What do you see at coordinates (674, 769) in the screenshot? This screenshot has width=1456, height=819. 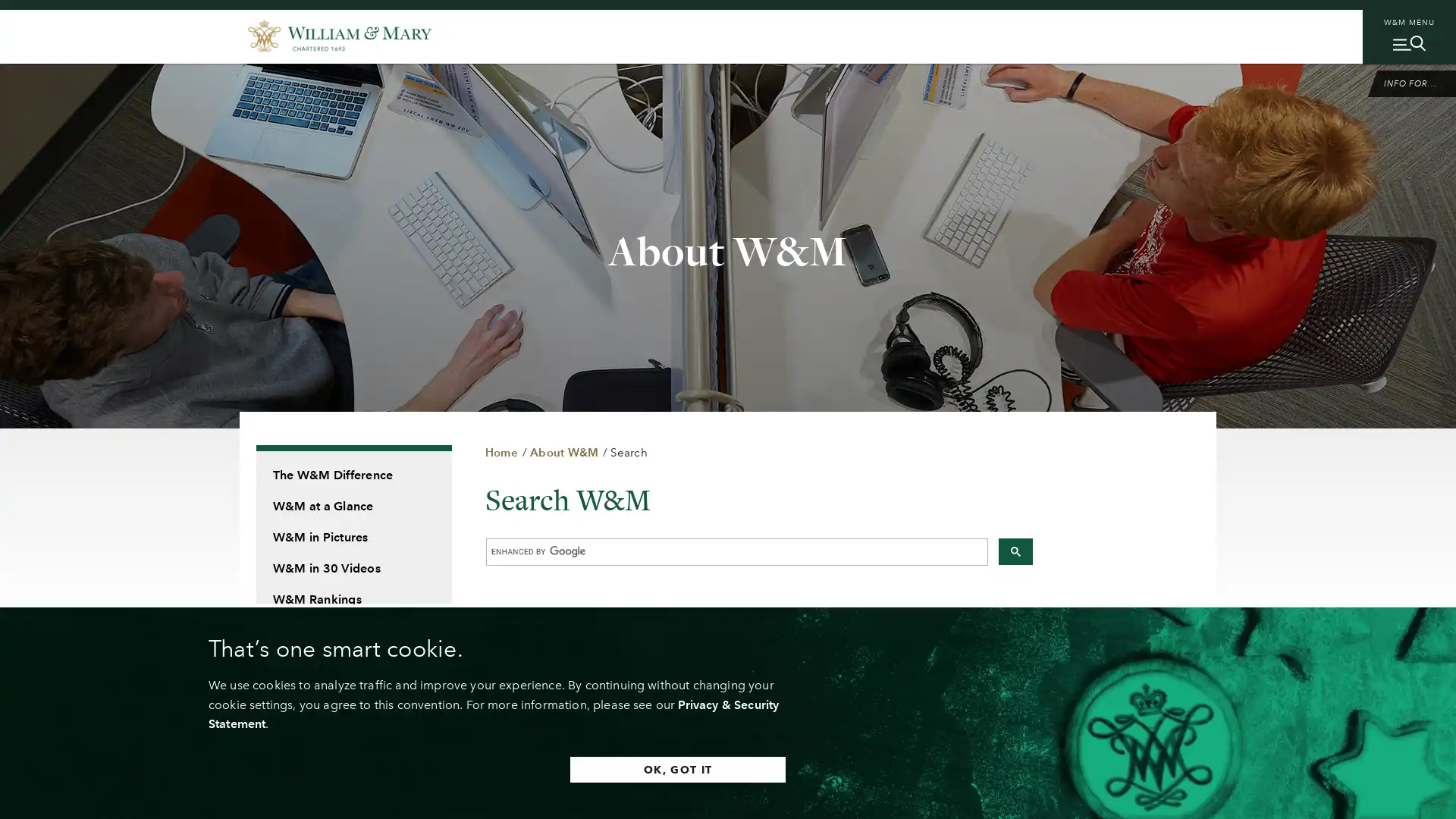 I see `OK, GOT IT` at bounding box center [674, 769].